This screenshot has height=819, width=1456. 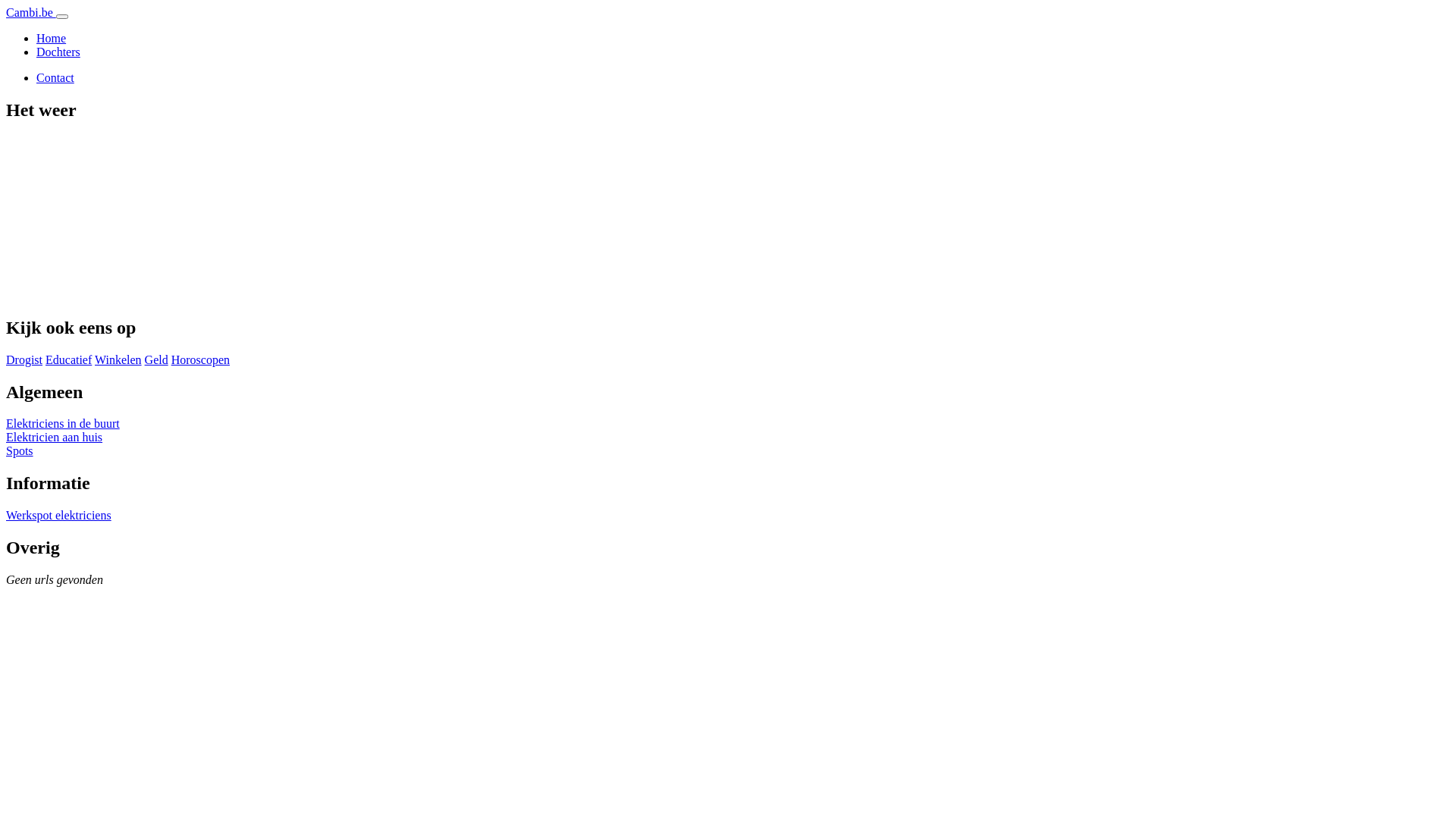 I want to click on 'Elektricien aan huis', so click(x=54, y=437).